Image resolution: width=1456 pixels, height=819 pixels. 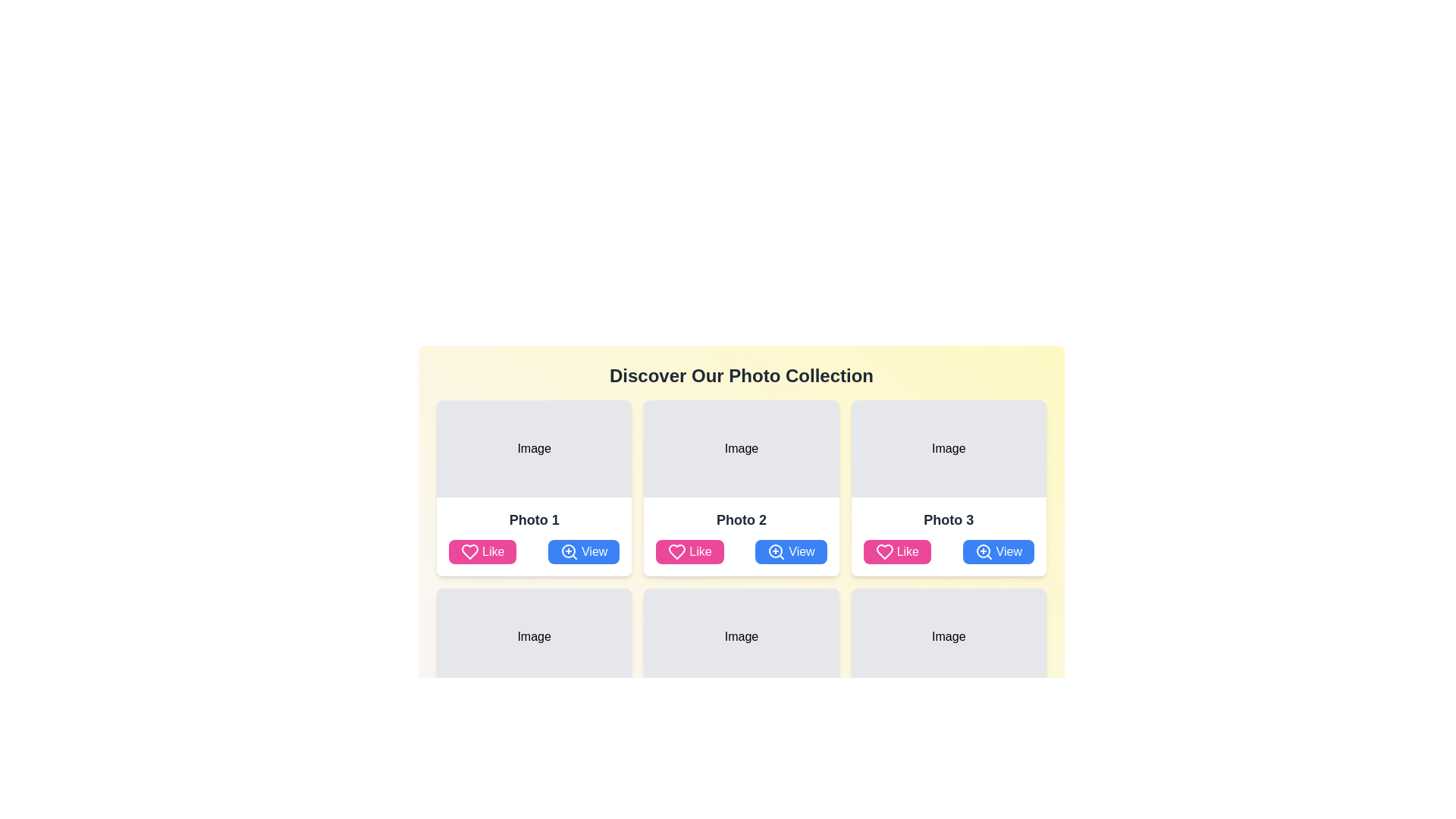 I want to click on the 'like' icon associated with 'Photo 2', so click(x=676, y=552).